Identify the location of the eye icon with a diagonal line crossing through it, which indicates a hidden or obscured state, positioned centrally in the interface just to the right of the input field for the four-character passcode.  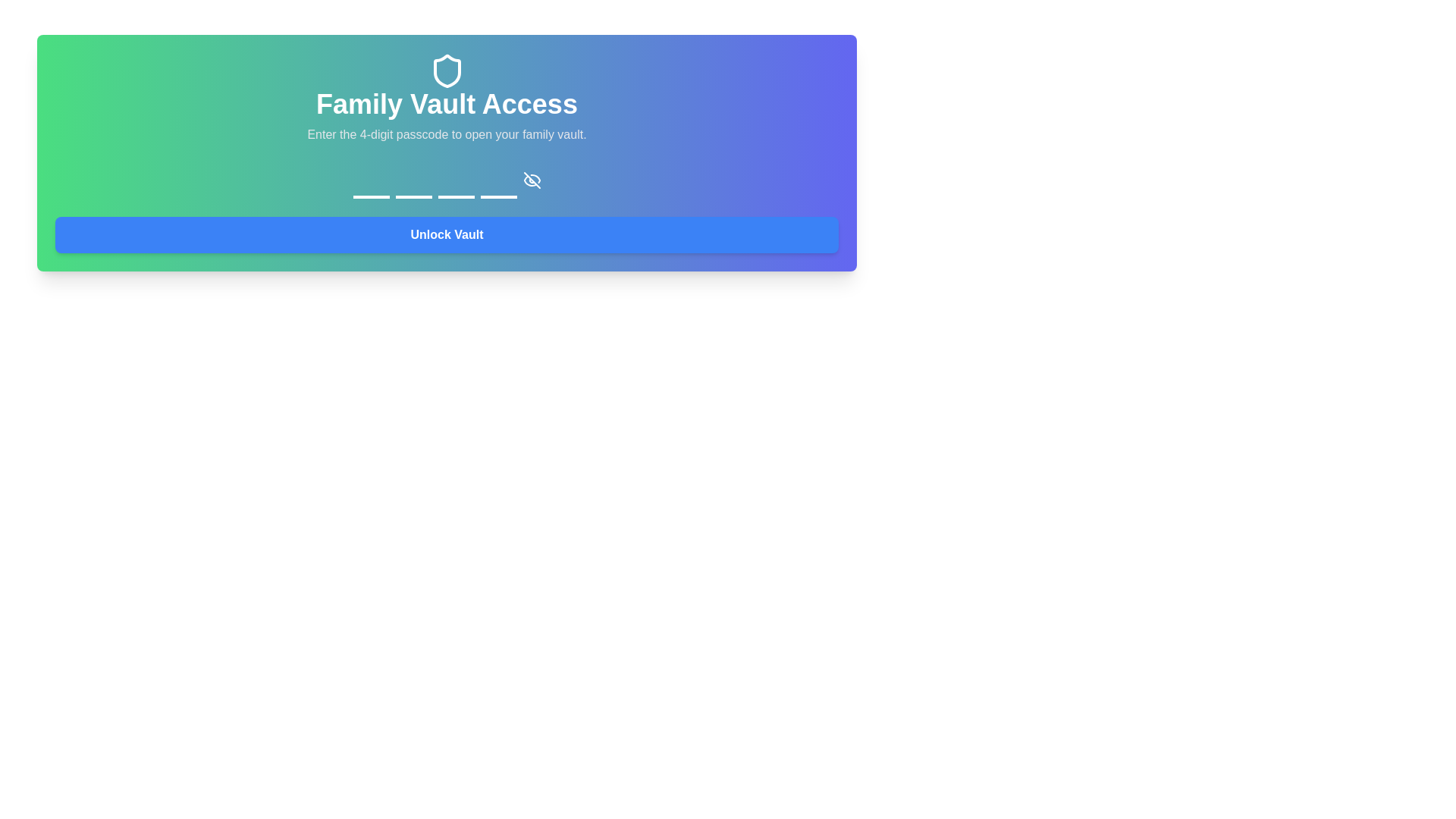
(532, 180).